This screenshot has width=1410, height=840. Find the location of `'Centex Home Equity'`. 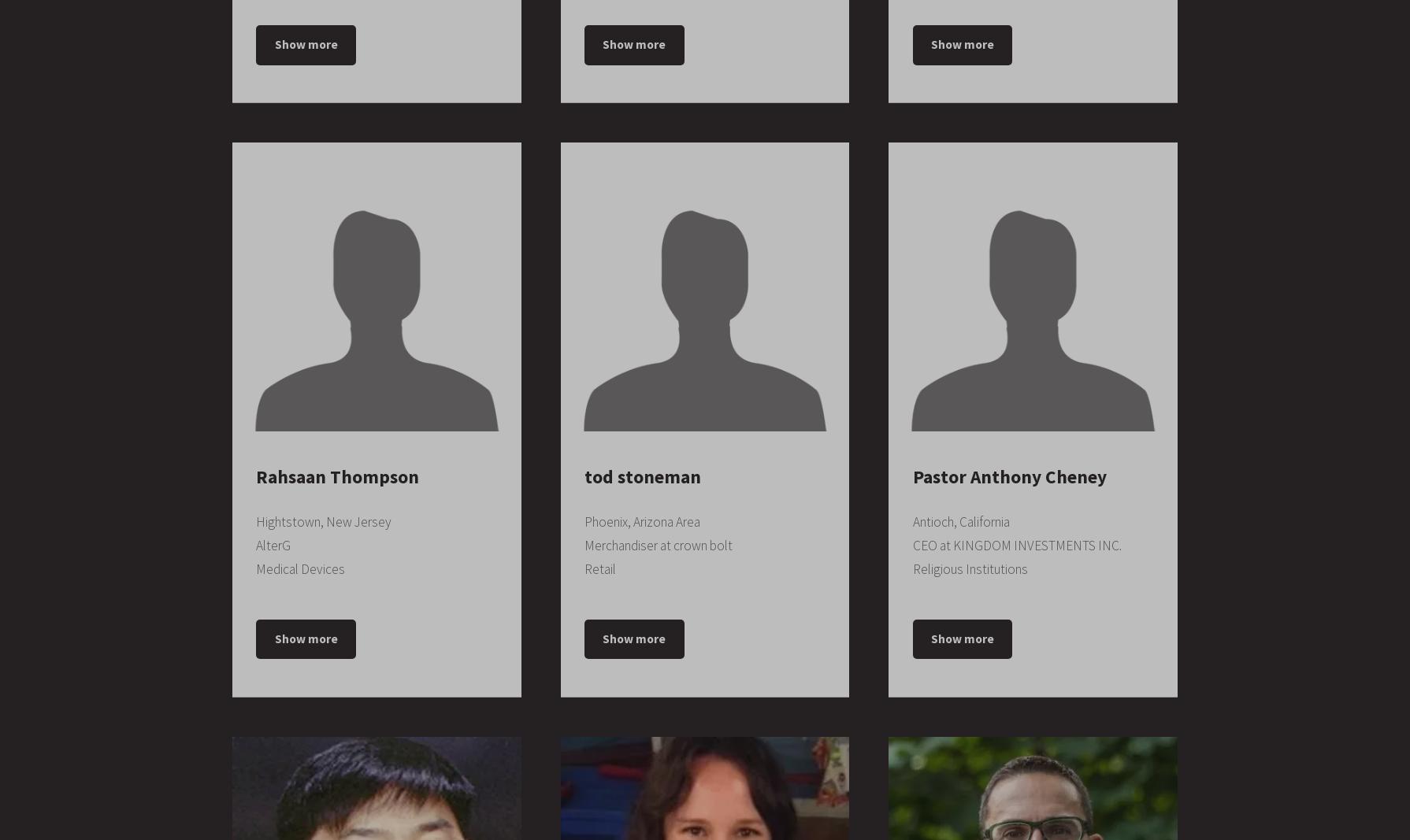

'Centex Home Equity' is located at coordinates (642, 570).